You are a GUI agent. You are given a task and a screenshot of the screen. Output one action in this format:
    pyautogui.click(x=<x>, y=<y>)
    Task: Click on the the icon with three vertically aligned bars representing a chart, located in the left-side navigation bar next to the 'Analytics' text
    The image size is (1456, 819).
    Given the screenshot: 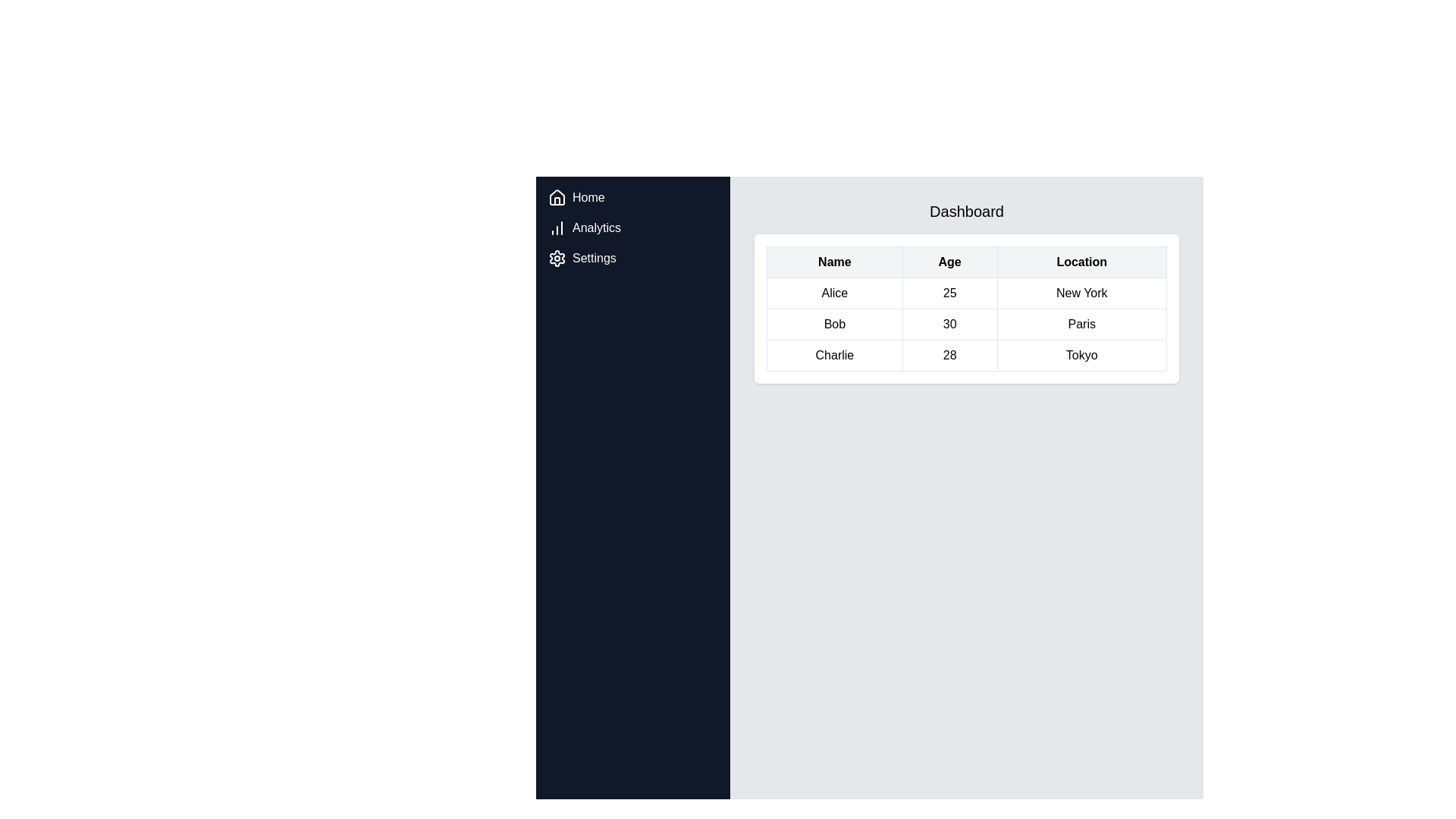 What is the action you would take?
    pyautogui.click(x=556, y=227)
    